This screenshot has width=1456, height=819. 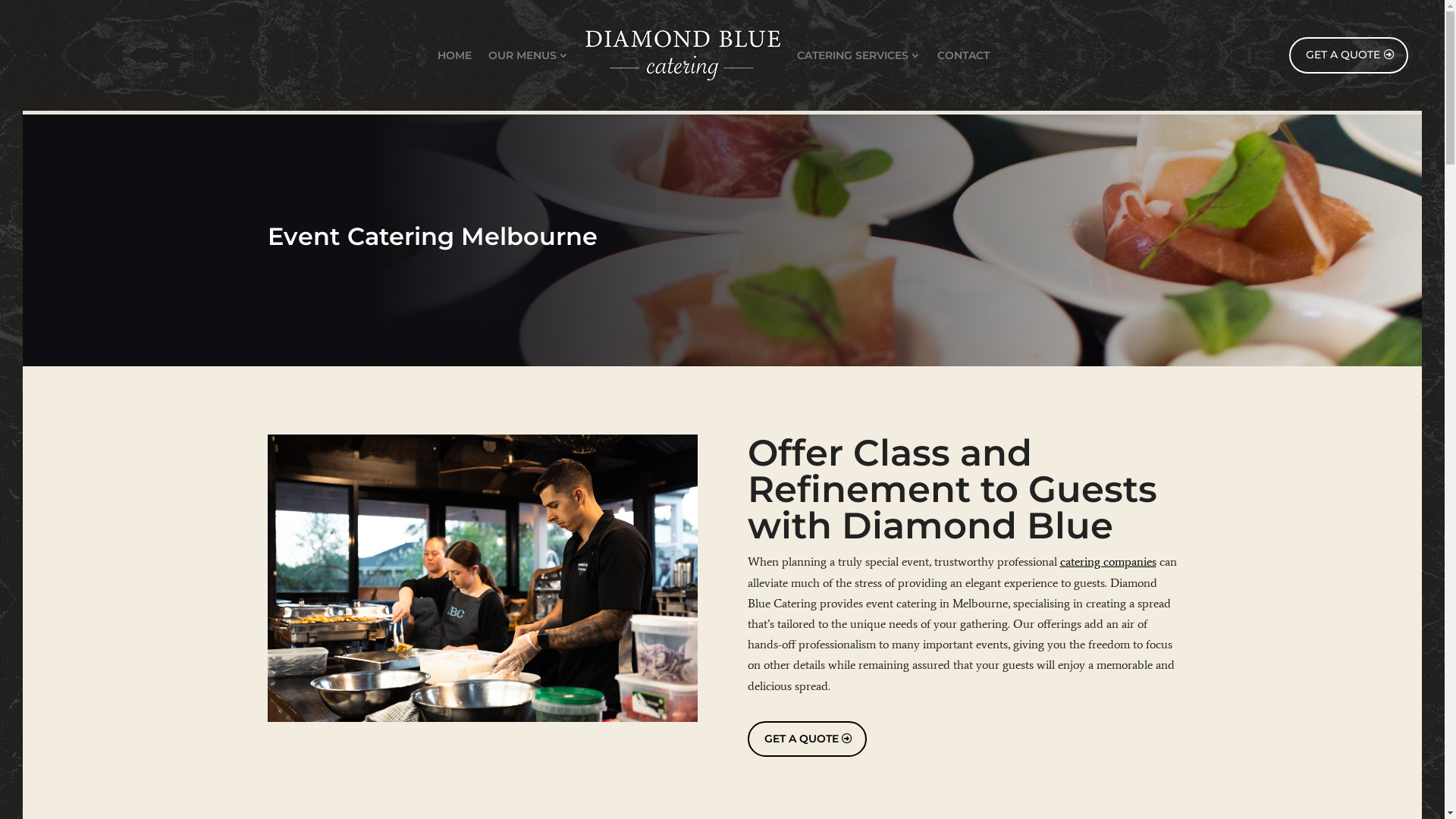 What do you see at coordinates (858, 55) in the screenshot?
I see `'CATERING SERVICES'` at bounding box center [858, 55].